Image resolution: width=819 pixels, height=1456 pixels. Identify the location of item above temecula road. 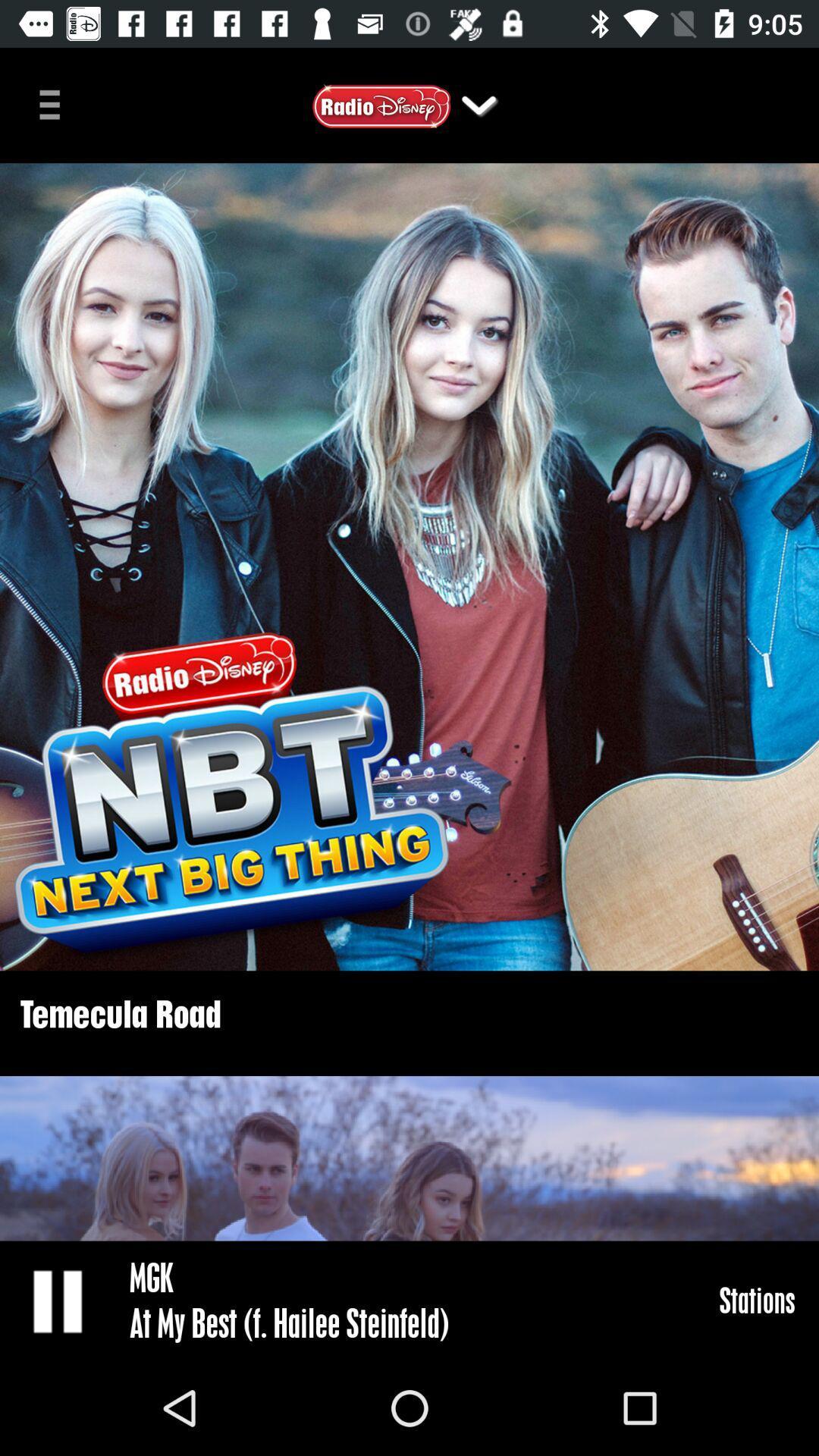
(409, 566).